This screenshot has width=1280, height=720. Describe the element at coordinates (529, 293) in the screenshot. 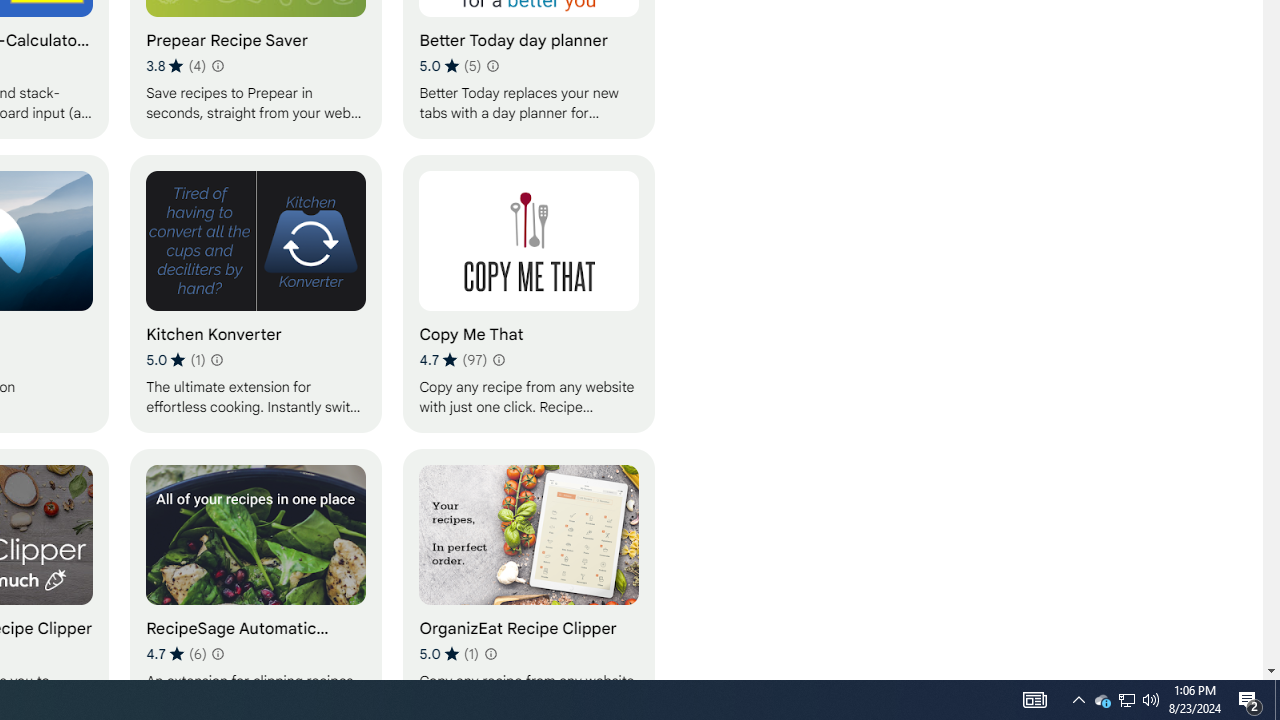

I see `'Copy Me That'` at that location.